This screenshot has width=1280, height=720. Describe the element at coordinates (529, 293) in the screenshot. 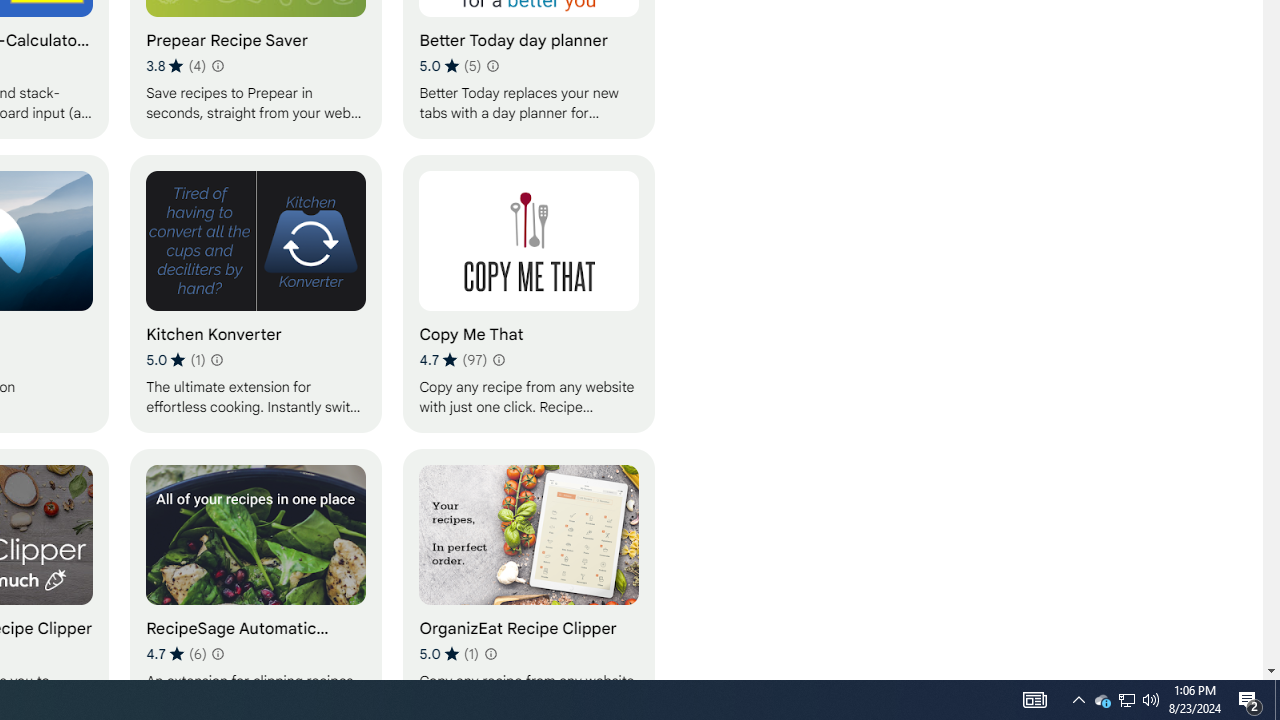

I see `'Copy Me That'` at that location.